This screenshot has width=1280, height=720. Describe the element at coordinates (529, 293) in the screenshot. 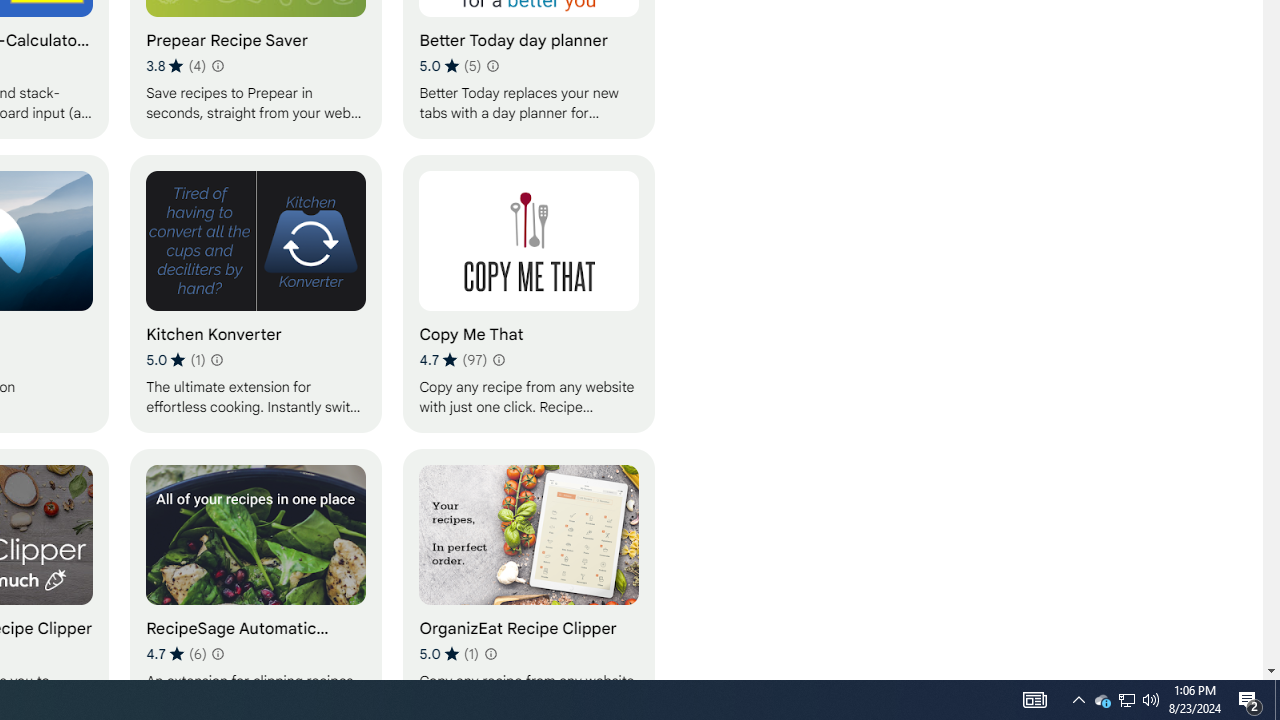

I see `'Copy Me That'` at that location.